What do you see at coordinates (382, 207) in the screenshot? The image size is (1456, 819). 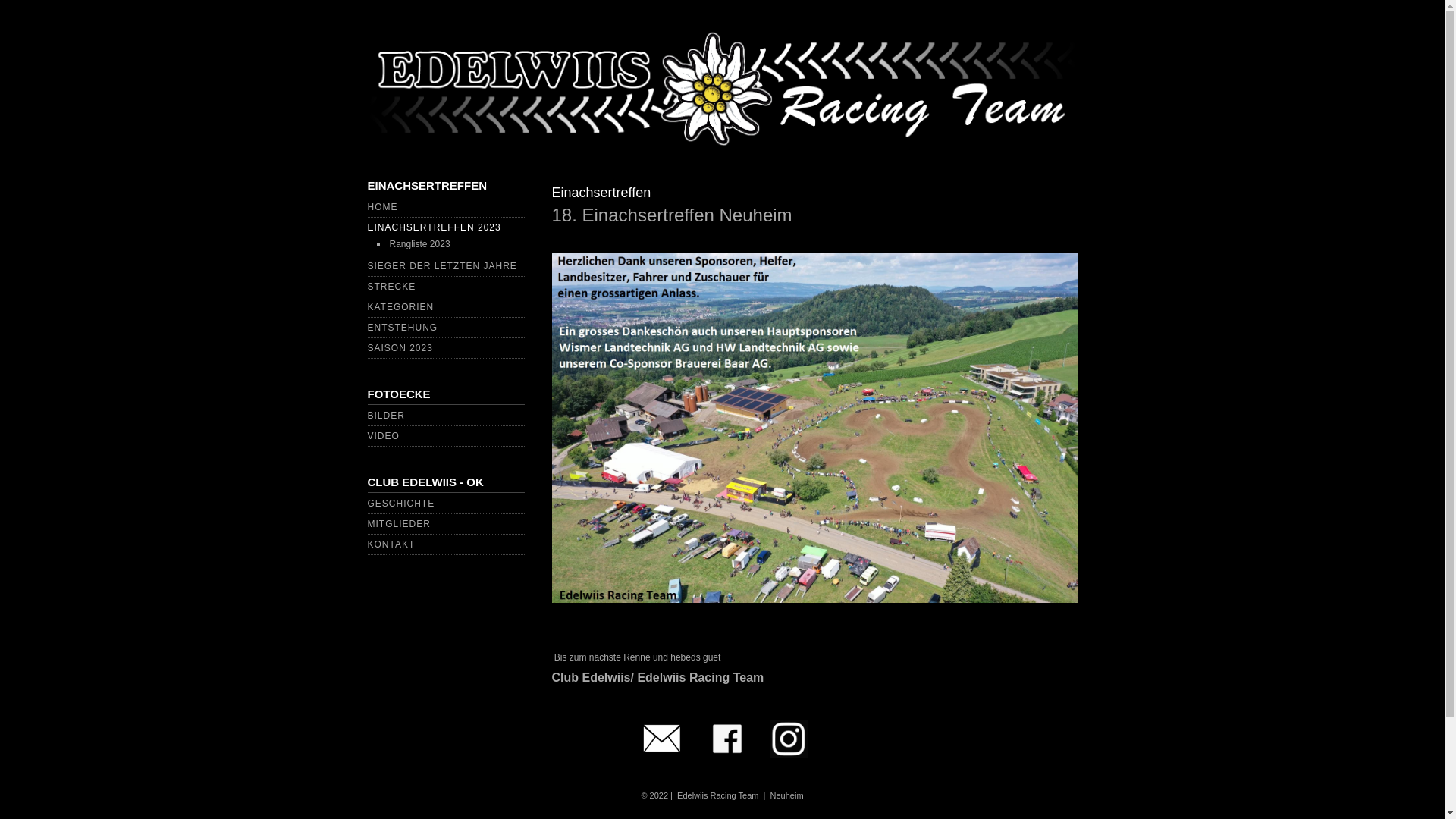 I see `'HOME'` at bounding box center [382, 207].